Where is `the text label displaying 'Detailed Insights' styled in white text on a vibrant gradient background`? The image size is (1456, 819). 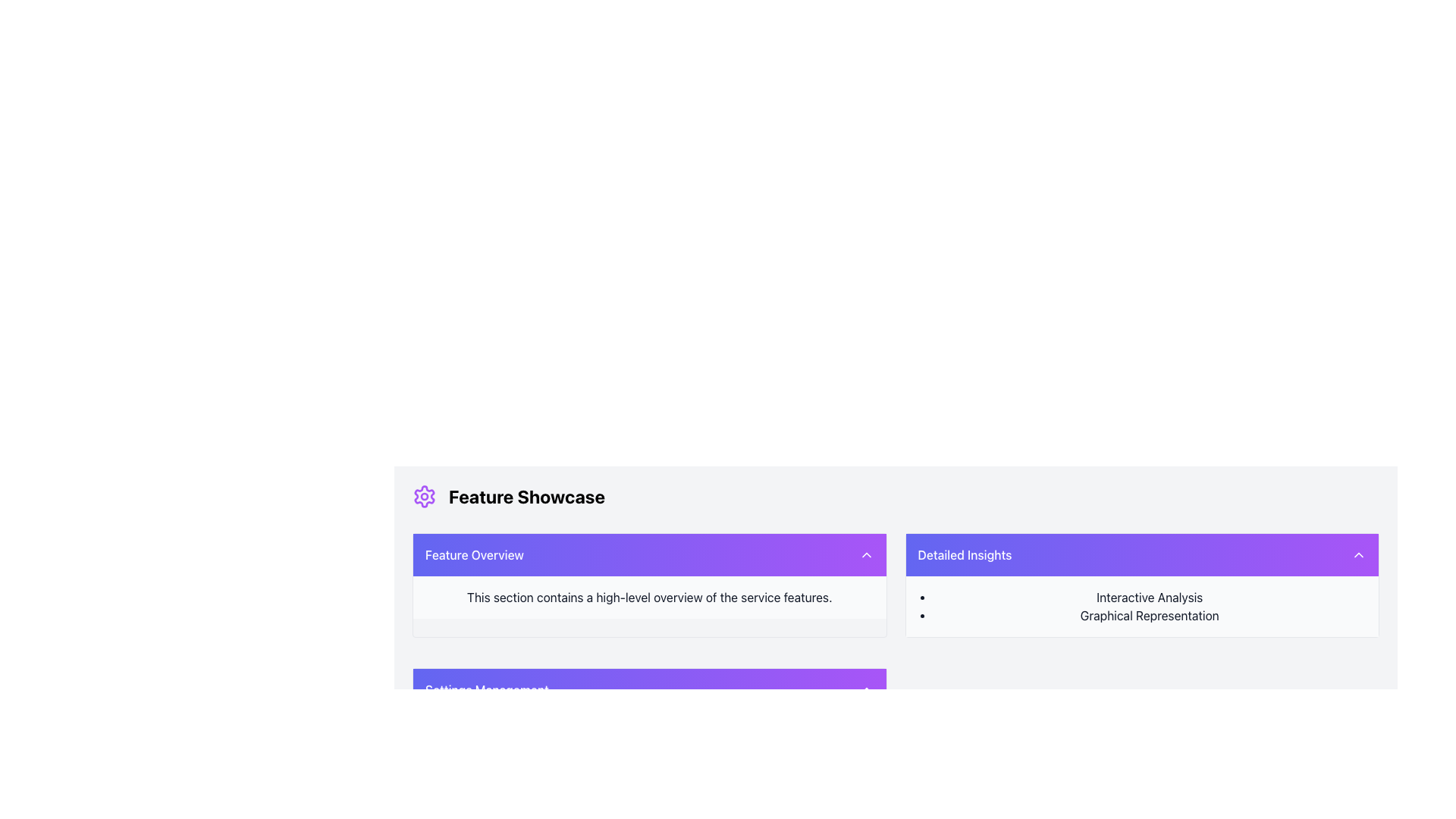 the text label displaying 'Detailed Insights' styled in white text on a vibrant gradient background is located at coordinates (964, 555).